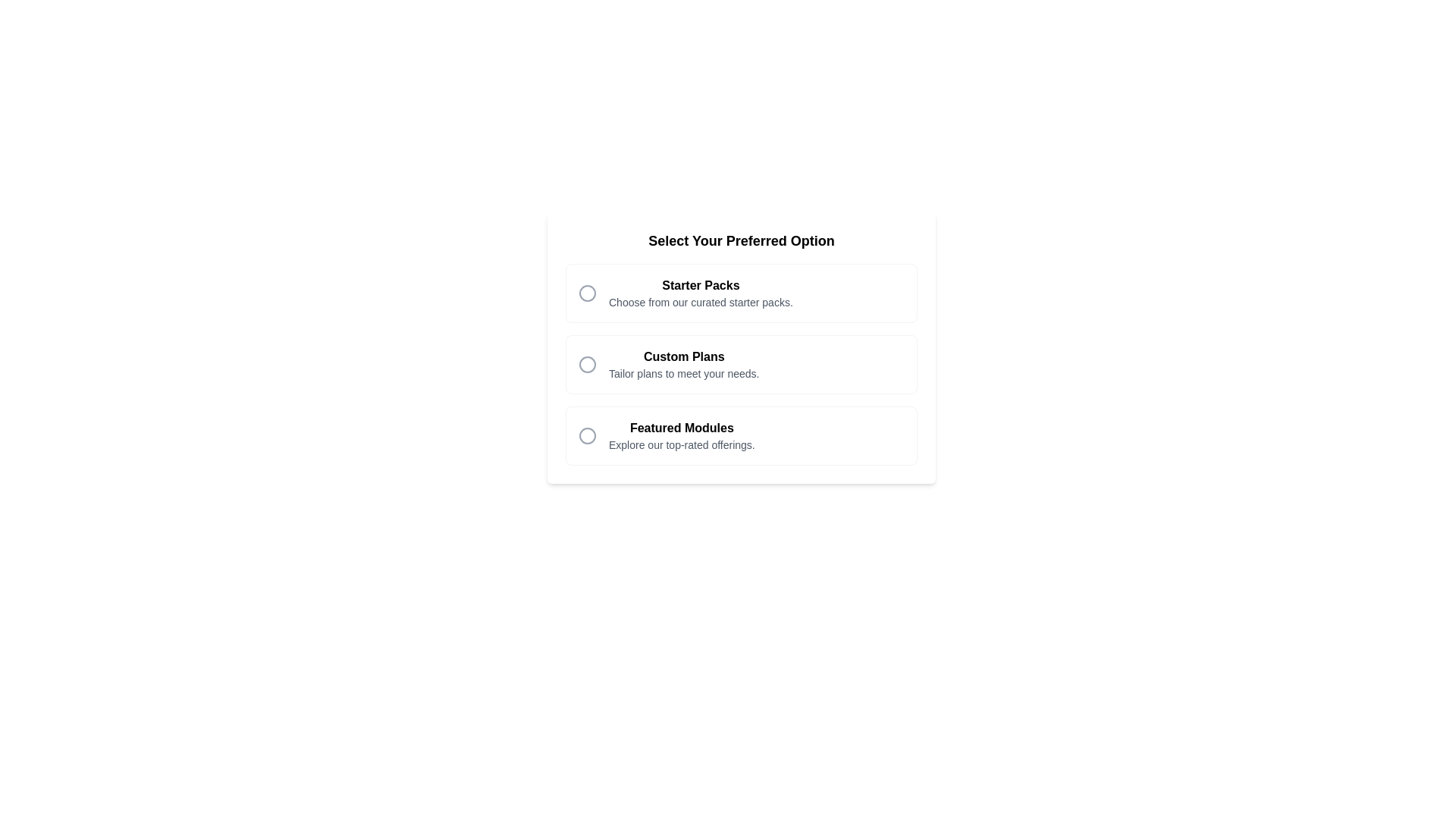 This screenshot has width=1456, height=819. Describe the element at coordinates (586, 435) in the screenshot. I see `the icon located at the beginning of the 'Featured Modules' card, which symbolizes the represented option or its state within the selection interface` at that location.